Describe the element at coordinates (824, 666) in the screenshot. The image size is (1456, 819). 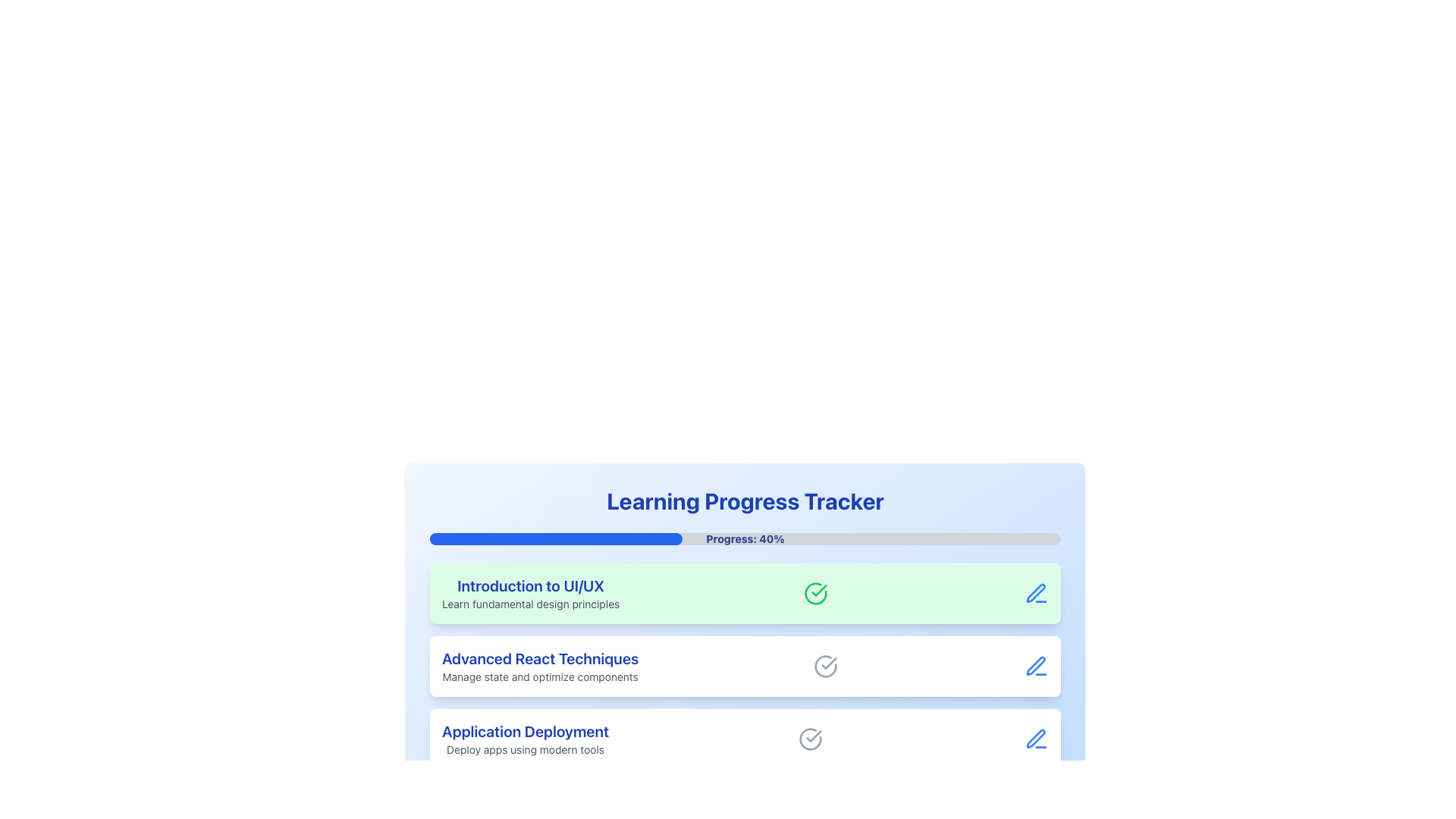
I see `the circular icon with a checkmark located to the right of the text 'Advanced React Techniques'` at that location.